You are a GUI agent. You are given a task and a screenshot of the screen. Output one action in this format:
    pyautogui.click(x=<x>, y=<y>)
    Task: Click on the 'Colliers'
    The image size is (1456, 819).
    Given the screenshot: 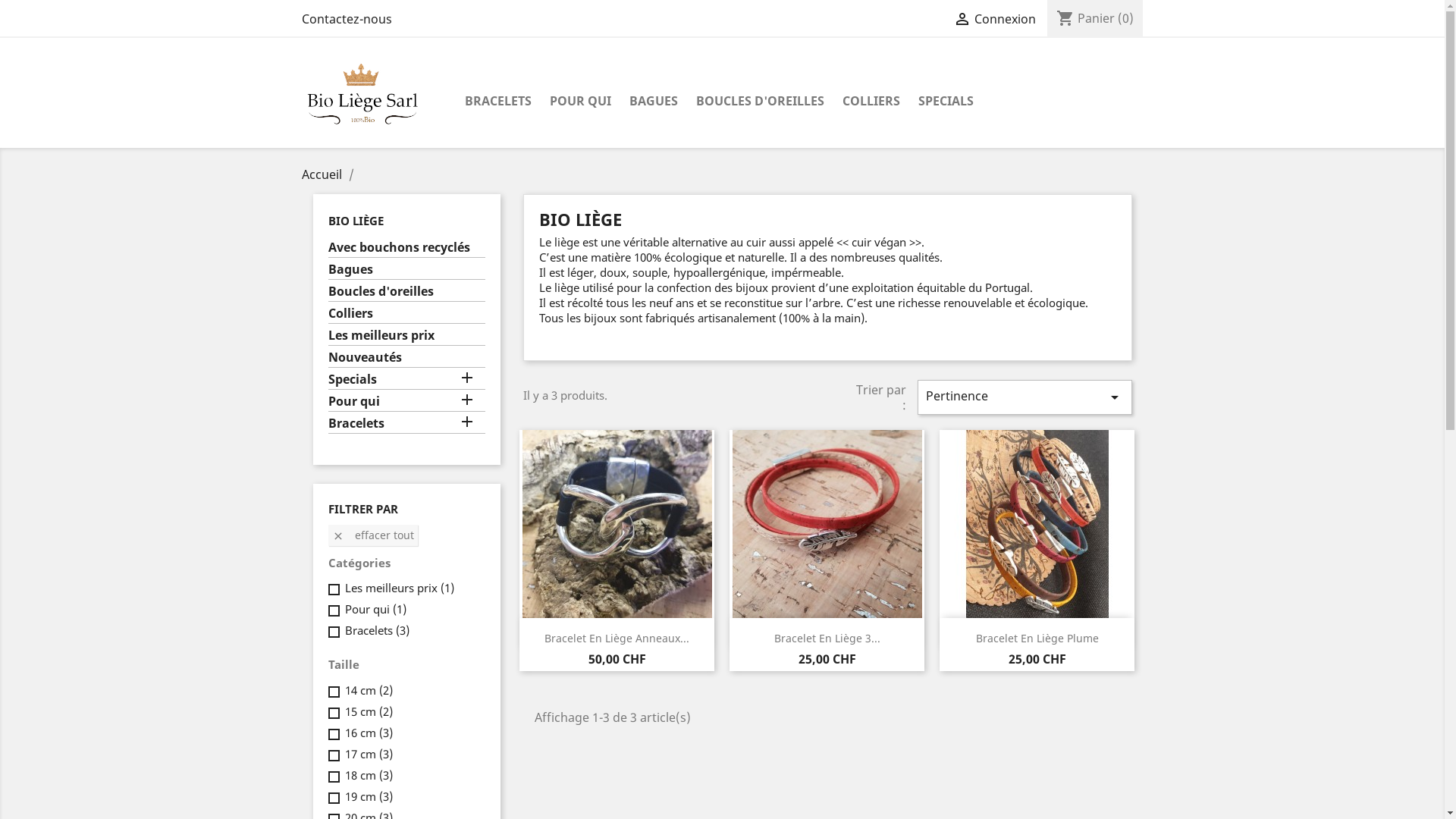 What is the action you would take?
    pyautogui.click(x=406, y=314)
    